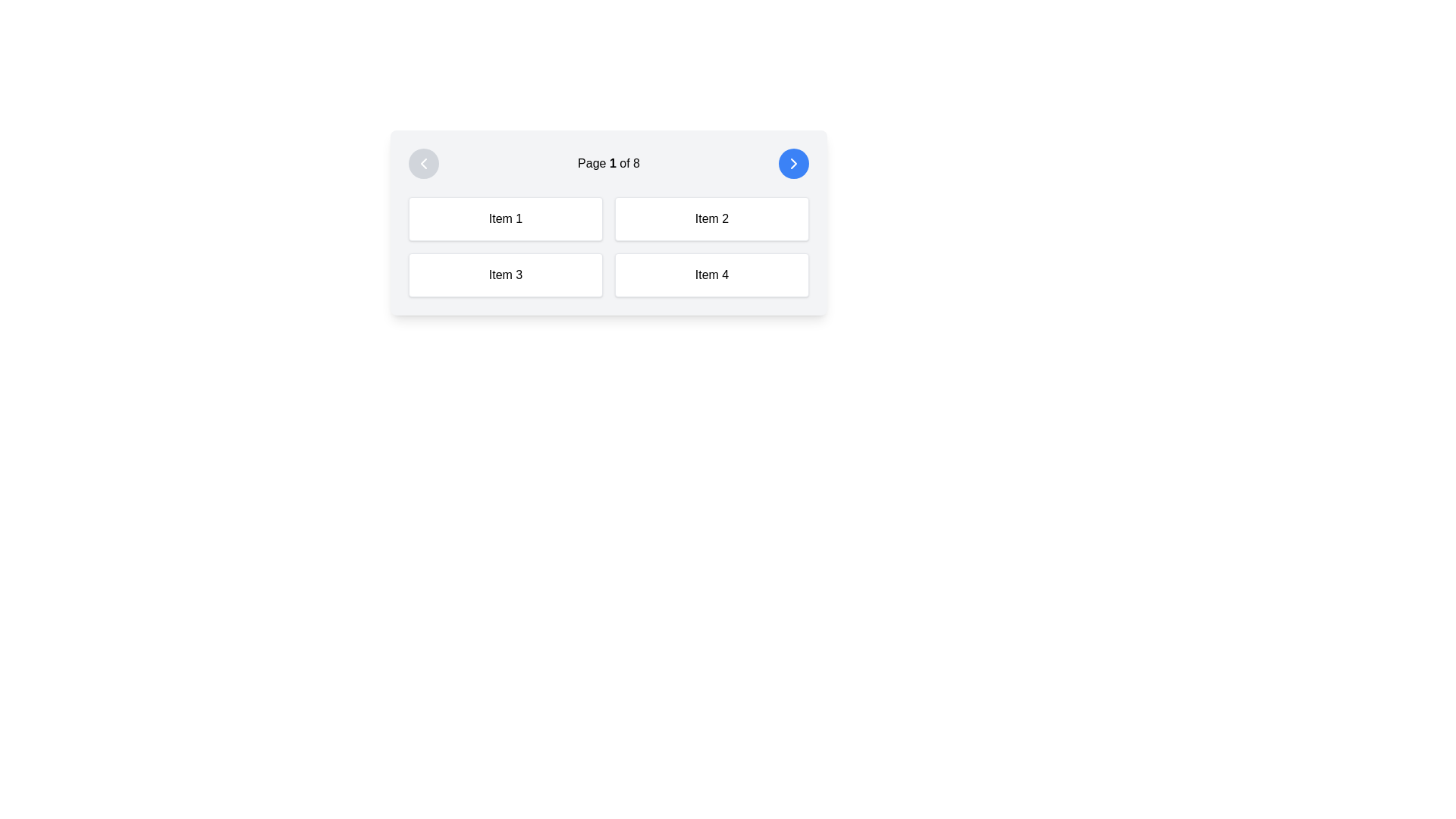 The height and width of the screenshot is (819, 1456). What do you see at coordinates (711, 275) in the screenshot?
I see `the label in the bottom-right corner of the 2x2 grid layout` at bounding box center [711, 275].